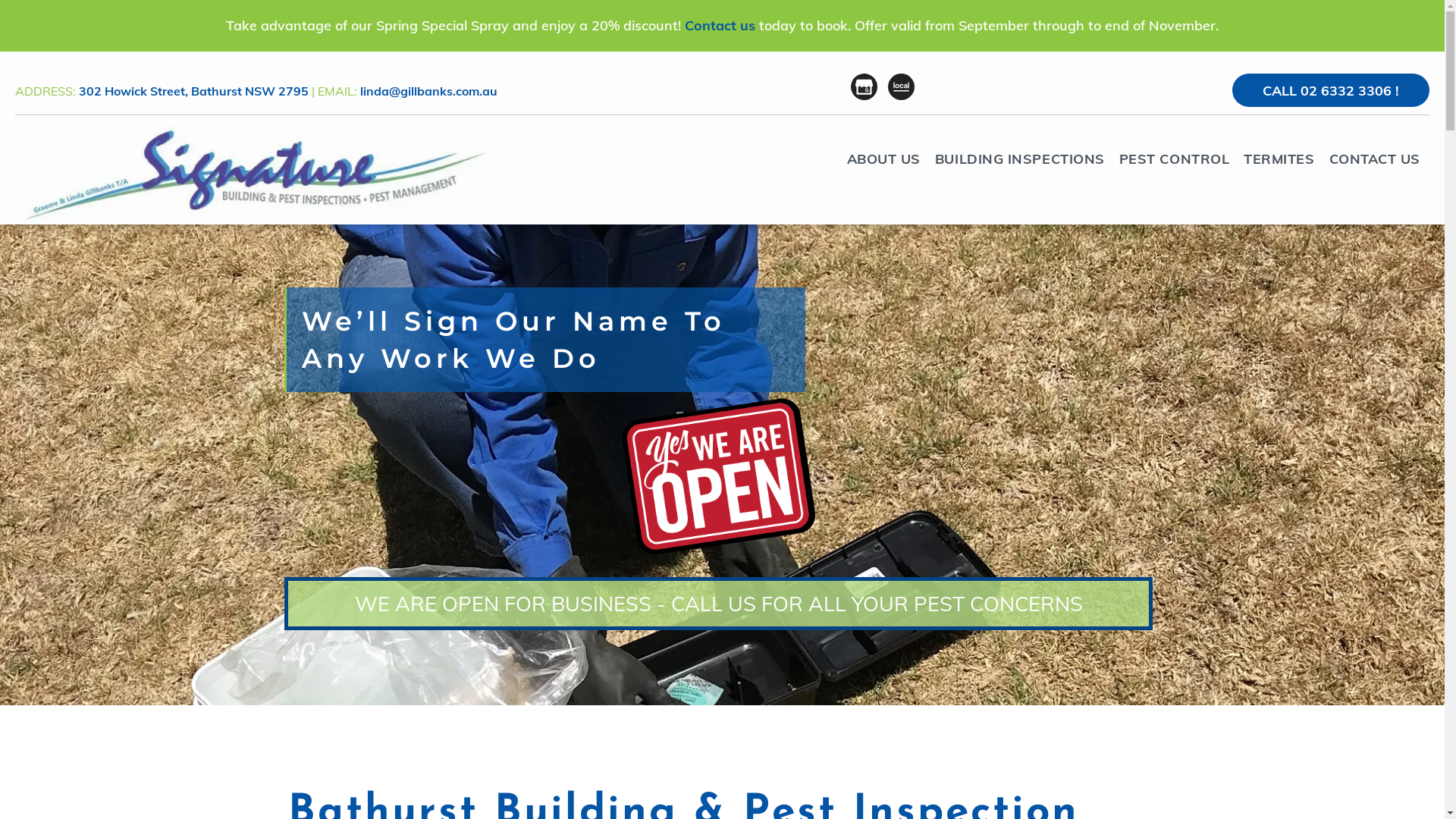 Image resolution: width=1456 pixels, height=819 pixels. What do you see at coordinates (251, 174) in the screenshot?
I see `'Pest Control Bathurst'` at bounding box center [251, 174].